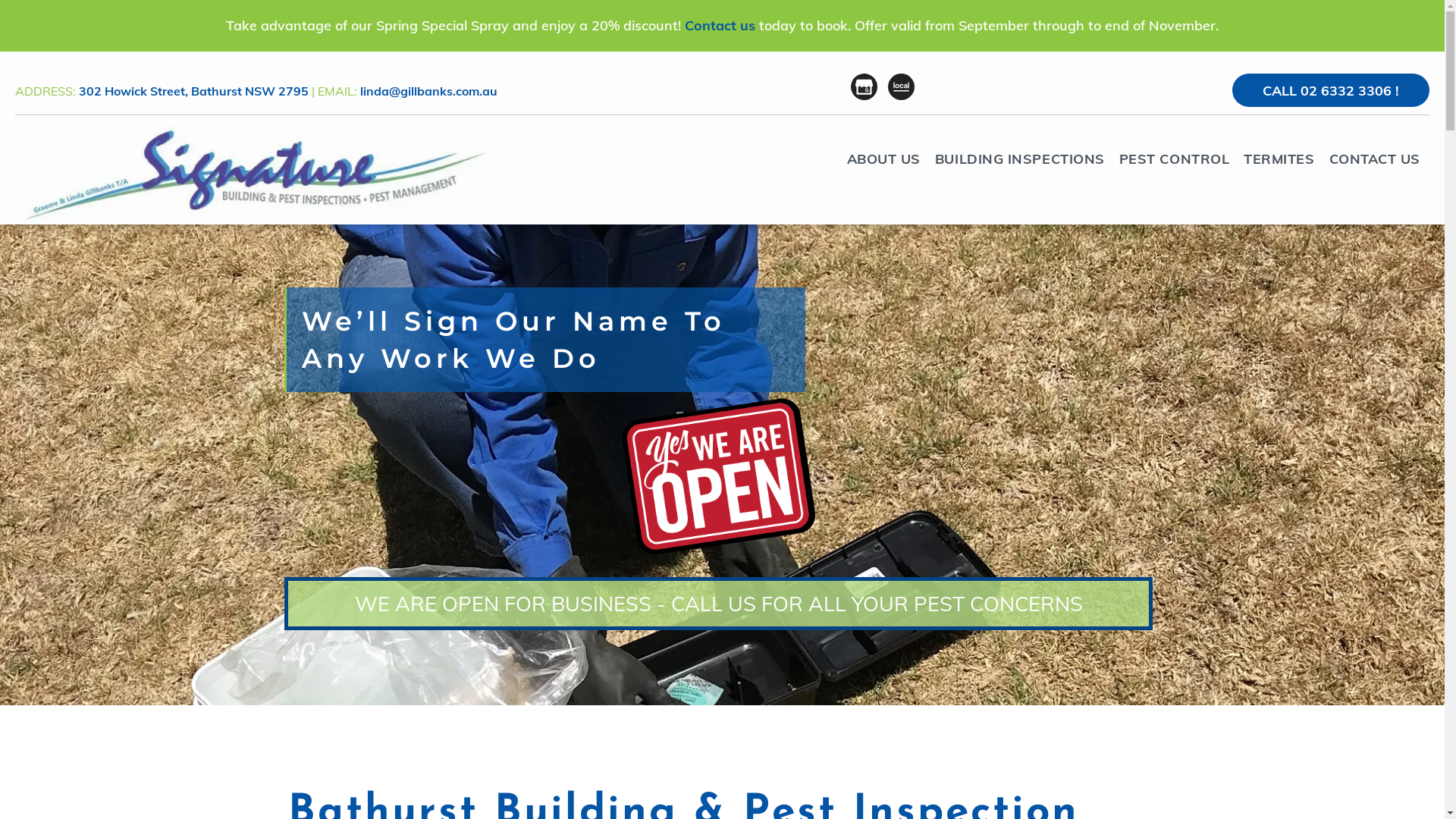 Image resolution: width=1456 pixels, height=819 pixels. What do you see at coordinates (251, 174) in the screenshot?
I see `'Pest Control Bathurst'` at bounding box center [251, 174].